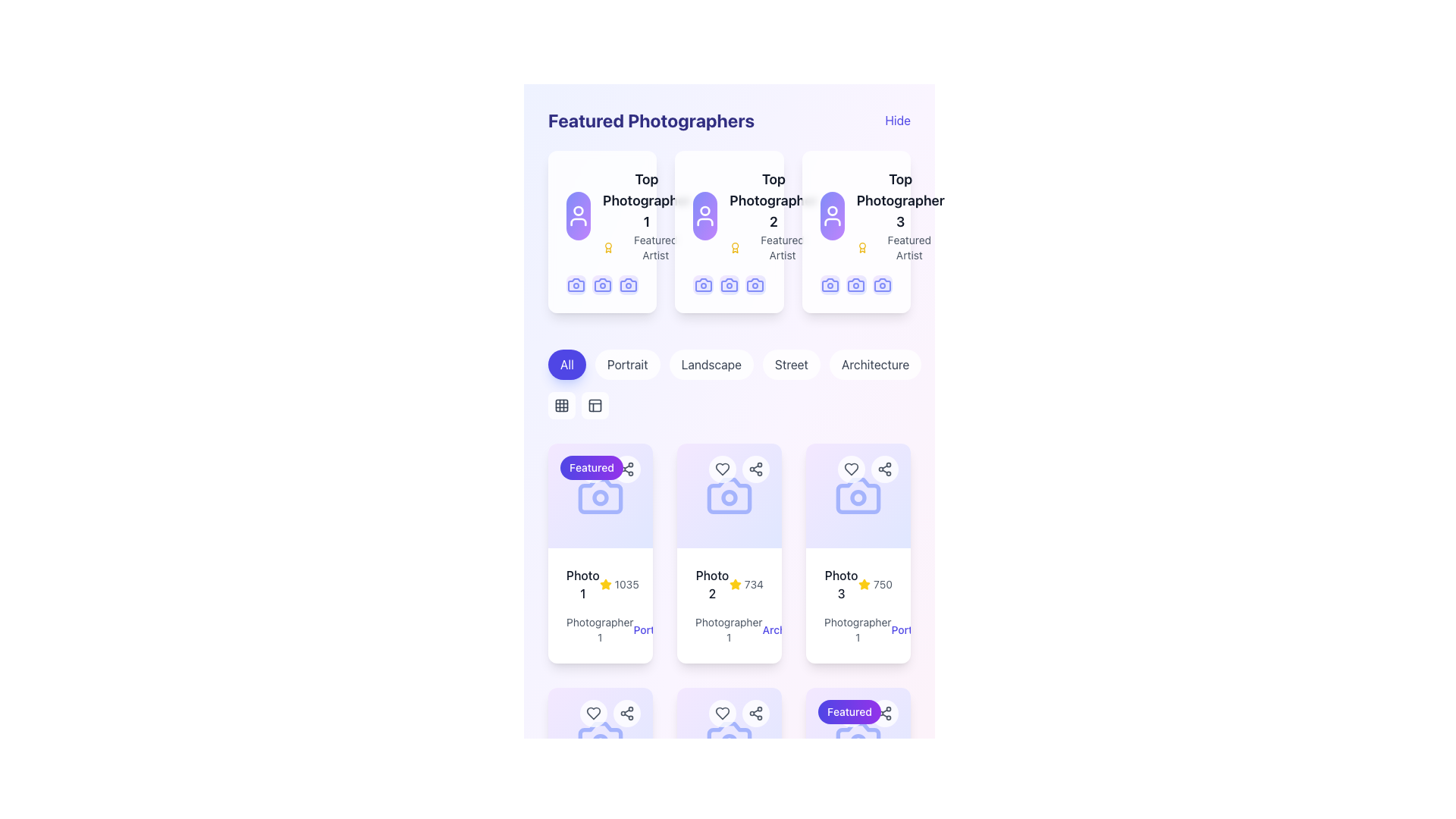  What do you see at coordinates (626, 714) in the screenshot?
I see `the circular share button with a three-node network icon in the center` at bounding box center [626, 714].